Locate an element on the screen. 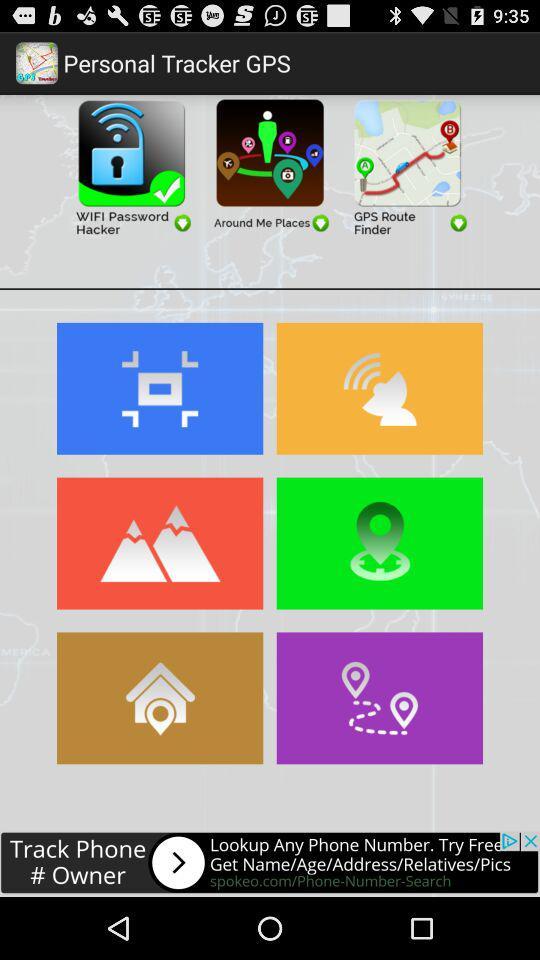  gps route finder is located at coordinates (406, 164).